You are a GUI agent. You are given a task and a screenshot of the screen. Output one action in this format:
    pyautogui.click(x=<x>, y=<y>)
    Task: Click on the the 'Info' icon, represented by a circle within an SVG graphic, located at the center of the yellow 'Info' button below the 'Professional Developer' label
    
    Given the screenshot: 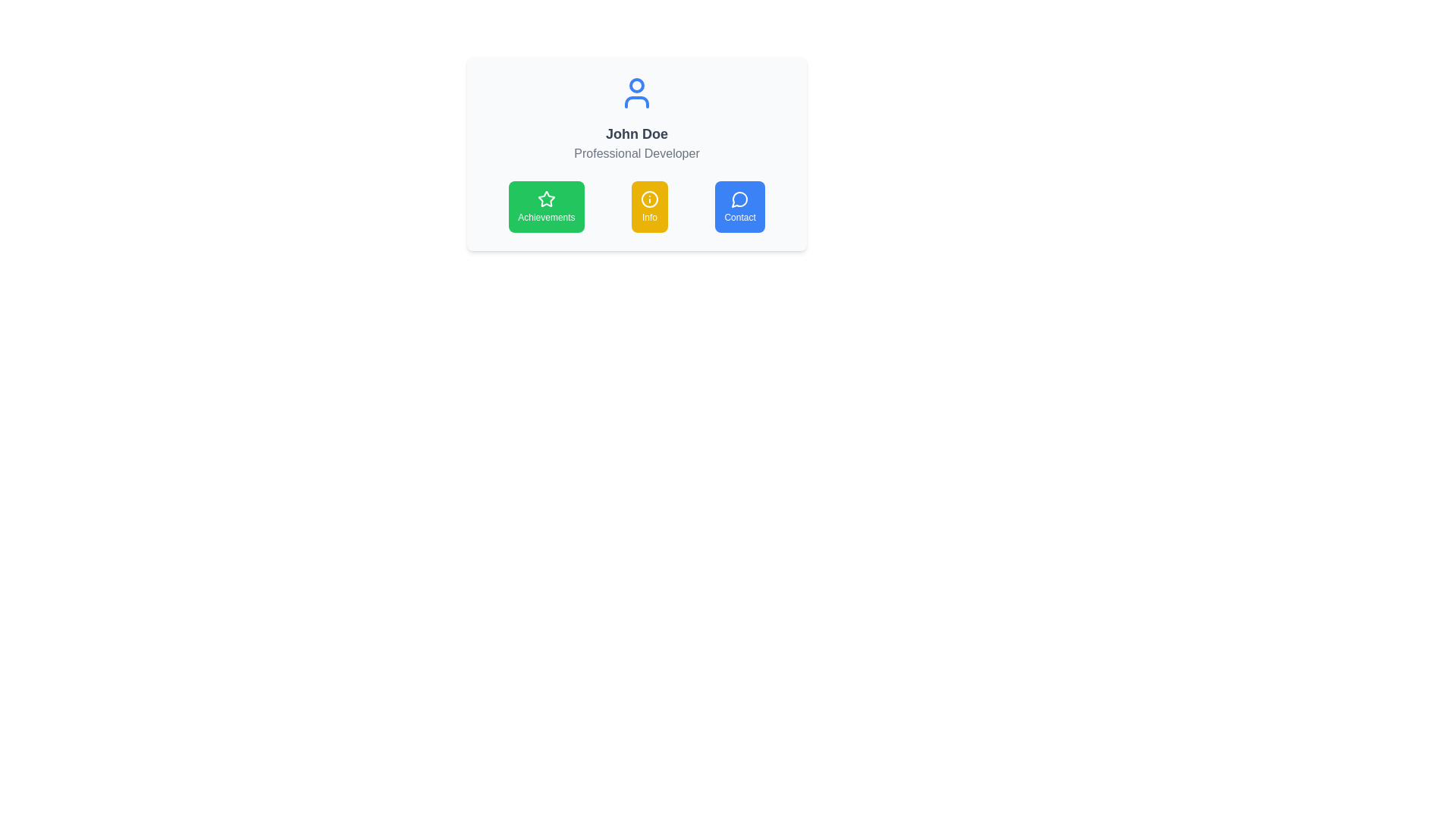 What is the action you would take?
    pyautogui.click(x=650, y=198)
    